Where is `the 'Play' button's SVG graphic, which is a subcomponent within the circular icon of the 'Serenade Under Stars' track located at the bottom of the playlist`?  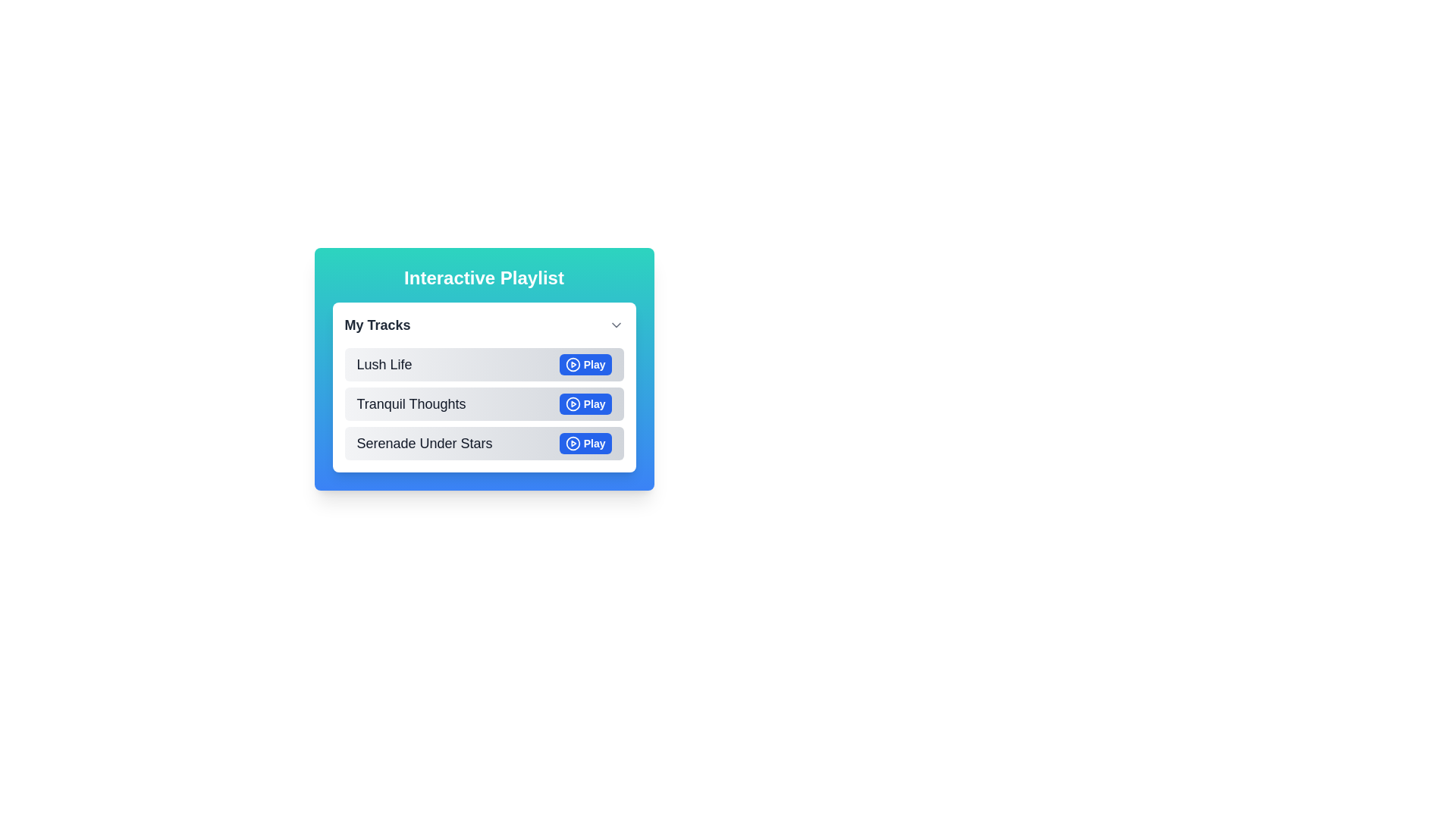 the 'Play' button's SVG graphic, which is a subcomponent within the circular icon of the 'Serenade Under Stars' track located at the bottom of the playlist is located at coordinates (572, 444).